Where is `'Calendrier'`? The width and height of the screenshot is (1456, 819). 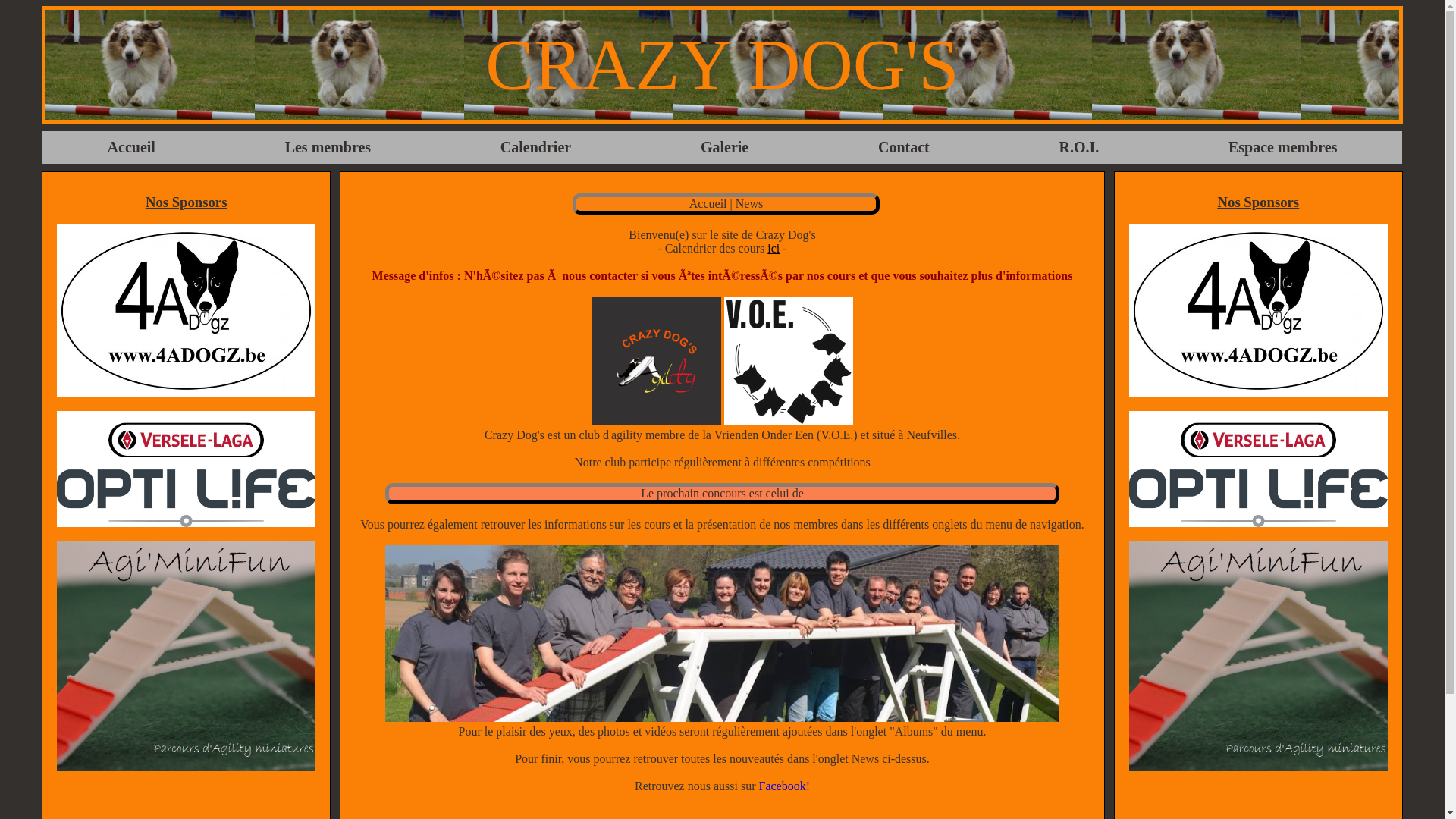
'Calendrier' is located at coordinates (484, 147).